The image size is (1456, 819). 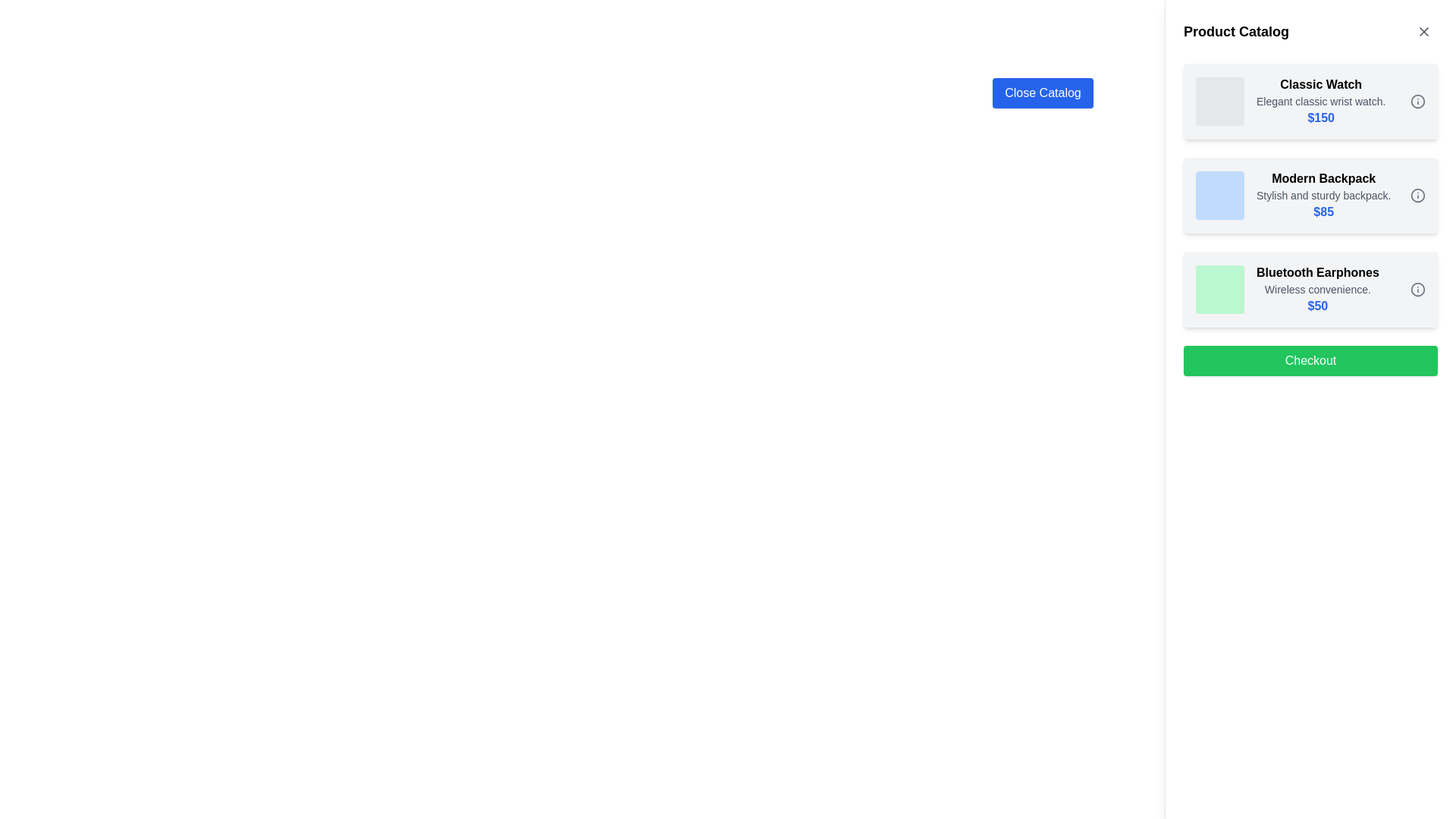 I want to click on the distinct gray circular icon with an outlined border and filled interior located in the top-right corner of the 'Classic Watch' product card, so click(x=1417, y=102).